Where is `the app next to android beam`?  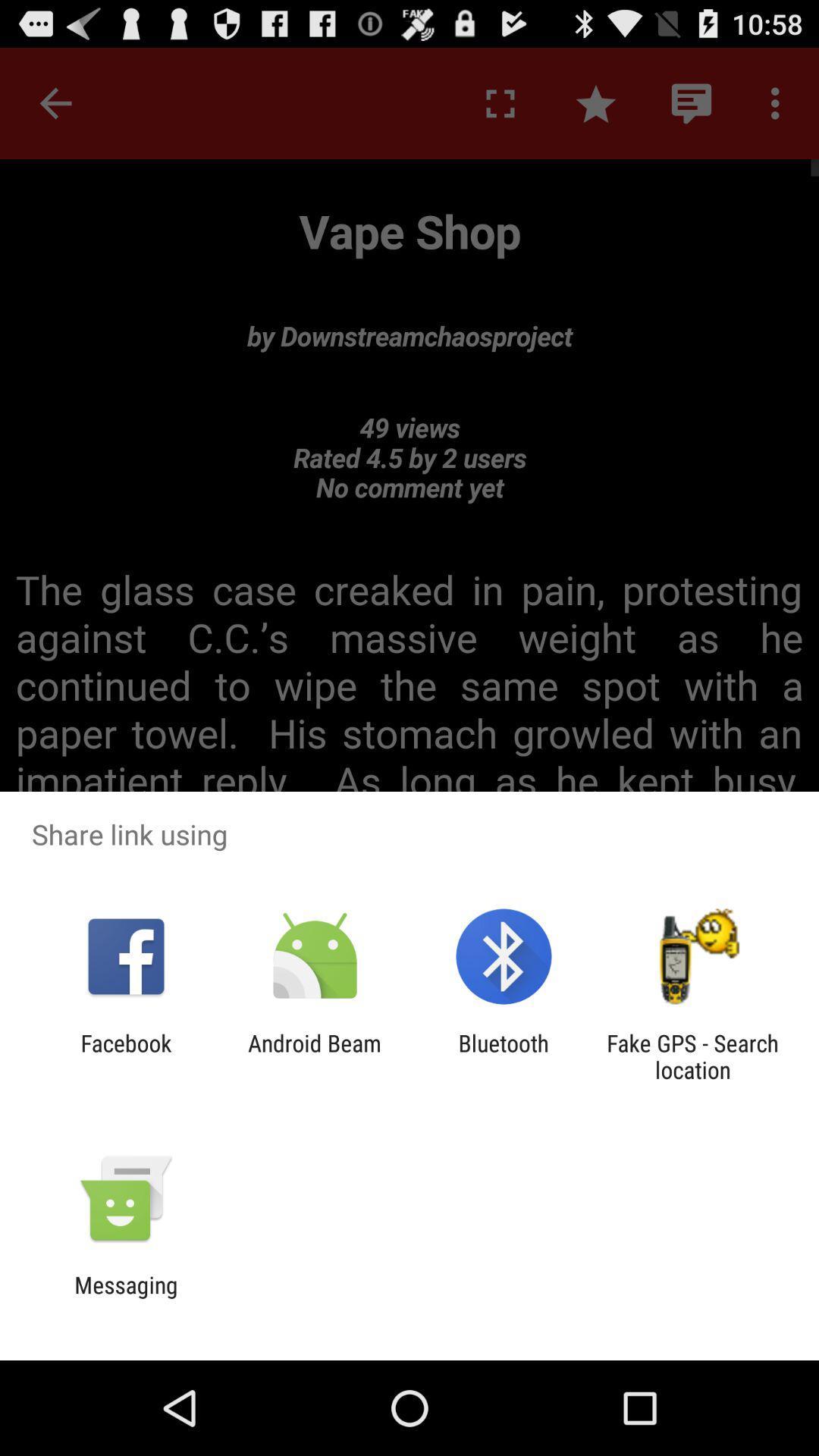 the app next to android beam is located at coordinates (504, 1056).